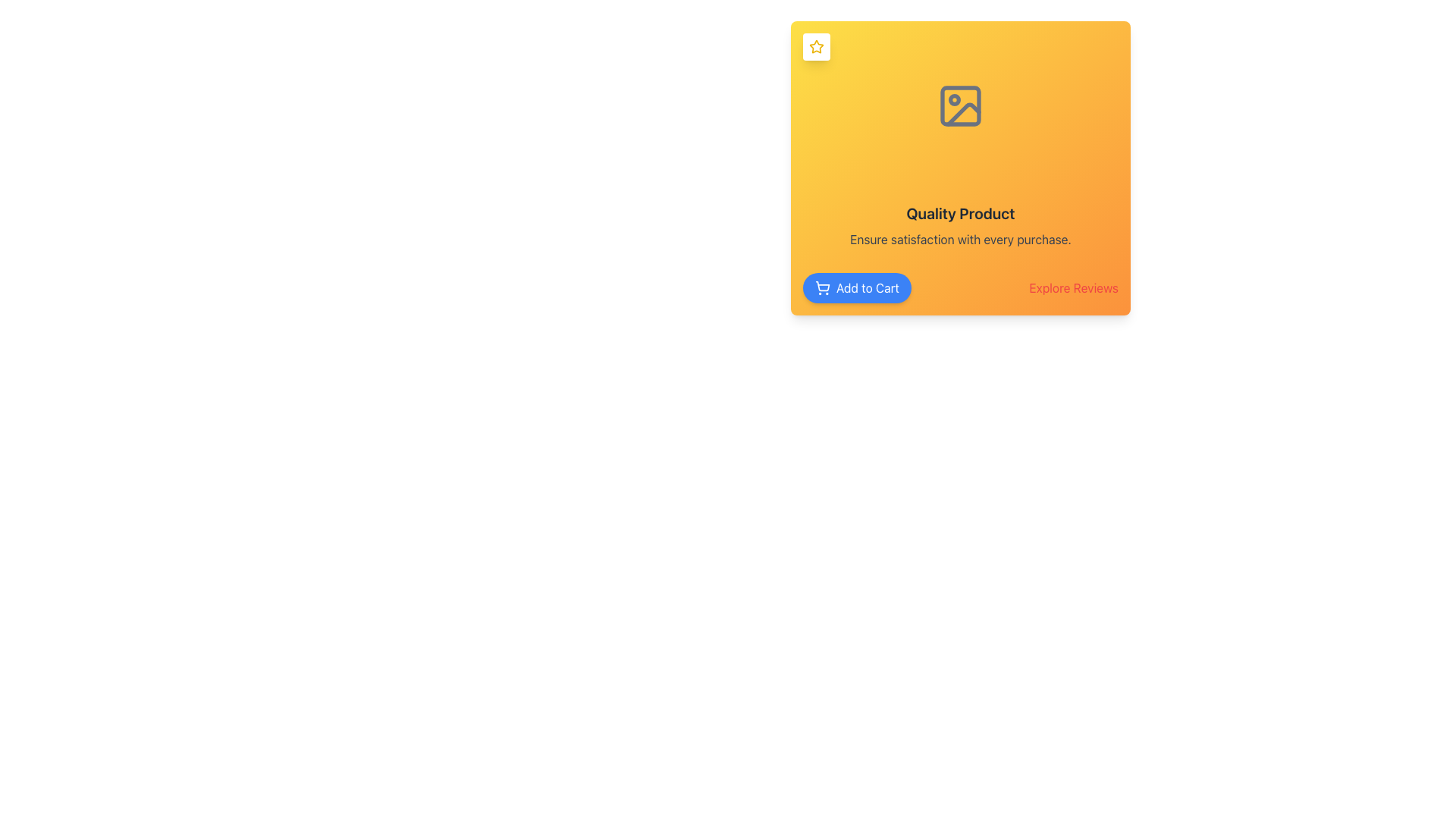 The height and width of the screenshot is (819, 1456). I want to click on the 'Explore Reviews' button, which is styled with red text on an orange background, located in the lower-right corner of the card, so click(1073, 288).